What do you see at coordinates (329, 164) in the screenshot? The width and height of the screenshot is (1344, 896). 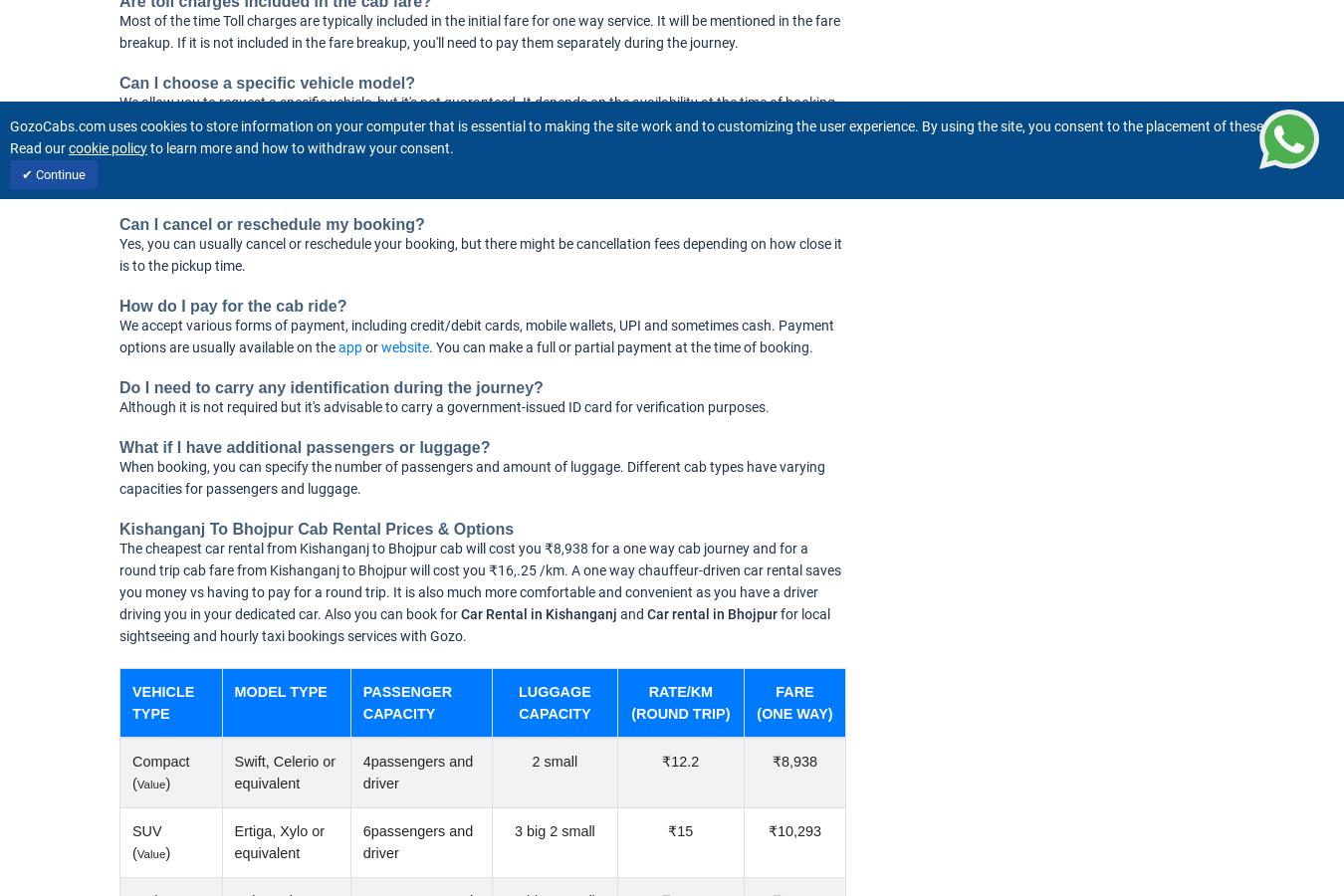 I see `'Is it safe to travel by cab, especially for long distances?'` at bounding box center [329, 164].